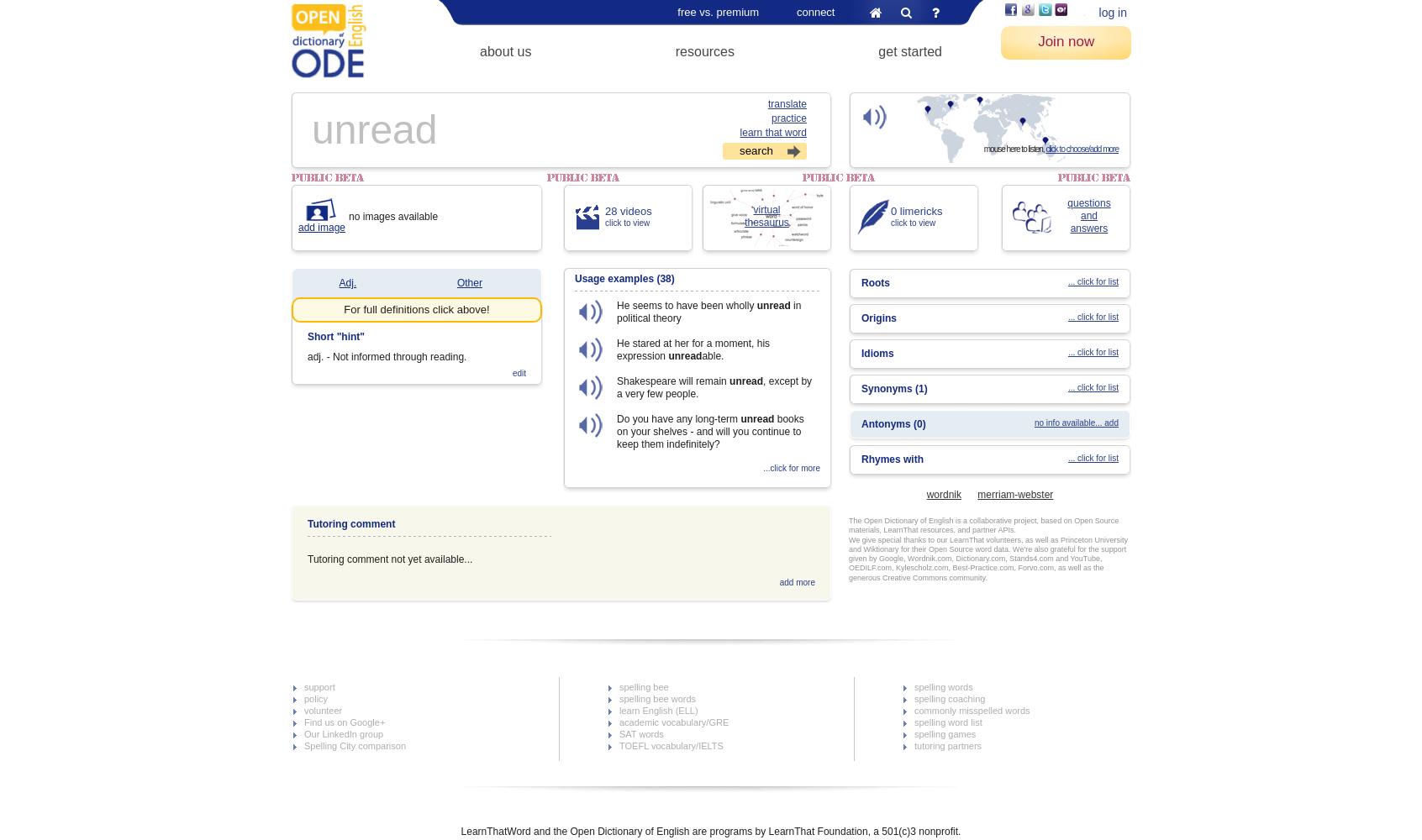  Describe the element at coordinates (518, 372) in the screenshot. I see `'edit'` at that location.